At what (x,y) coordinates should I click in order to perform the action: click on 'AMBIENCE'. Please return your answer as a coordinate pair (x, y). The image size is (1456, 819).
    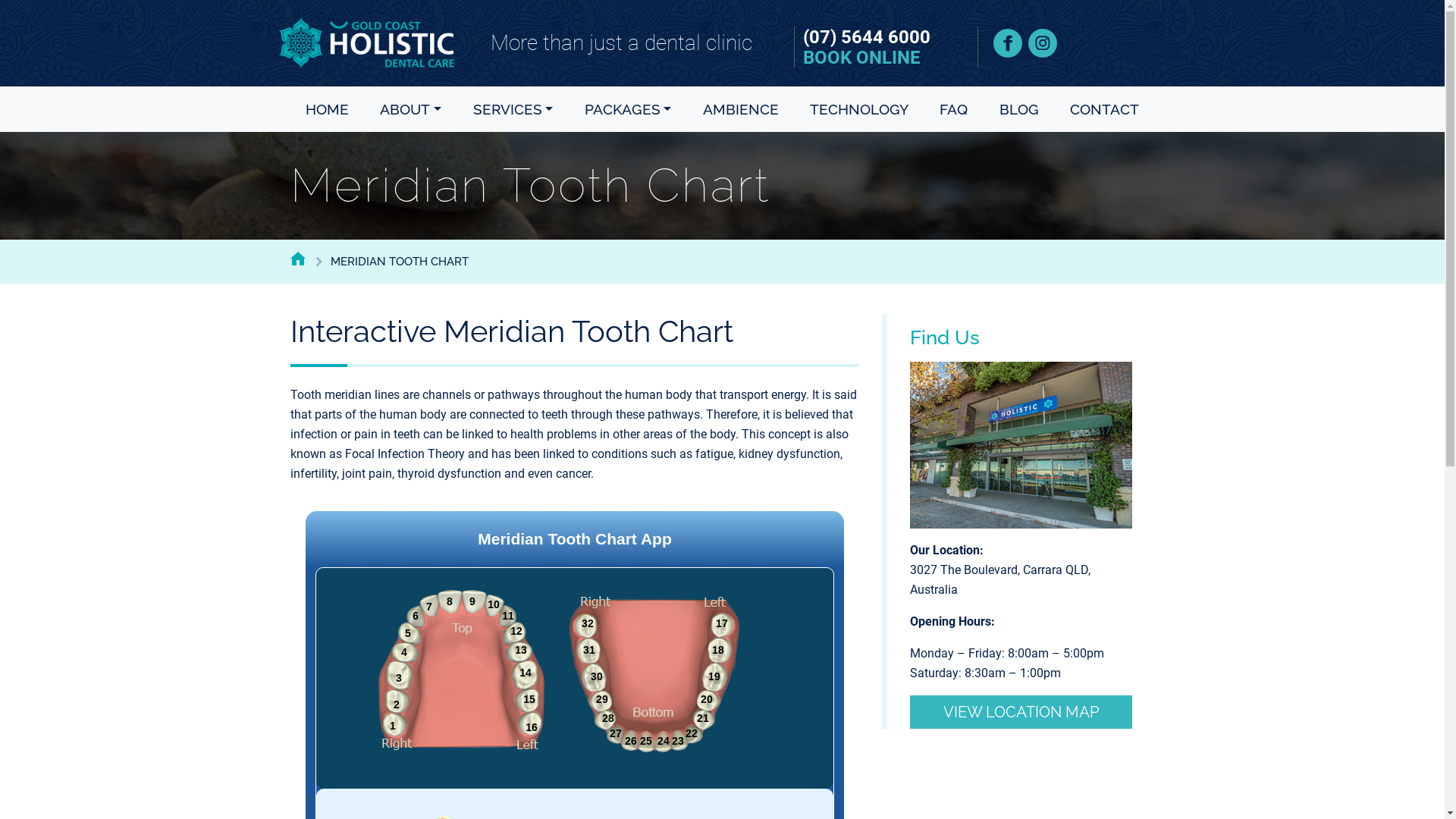
    Looking at the image, I should click on (741, 108).